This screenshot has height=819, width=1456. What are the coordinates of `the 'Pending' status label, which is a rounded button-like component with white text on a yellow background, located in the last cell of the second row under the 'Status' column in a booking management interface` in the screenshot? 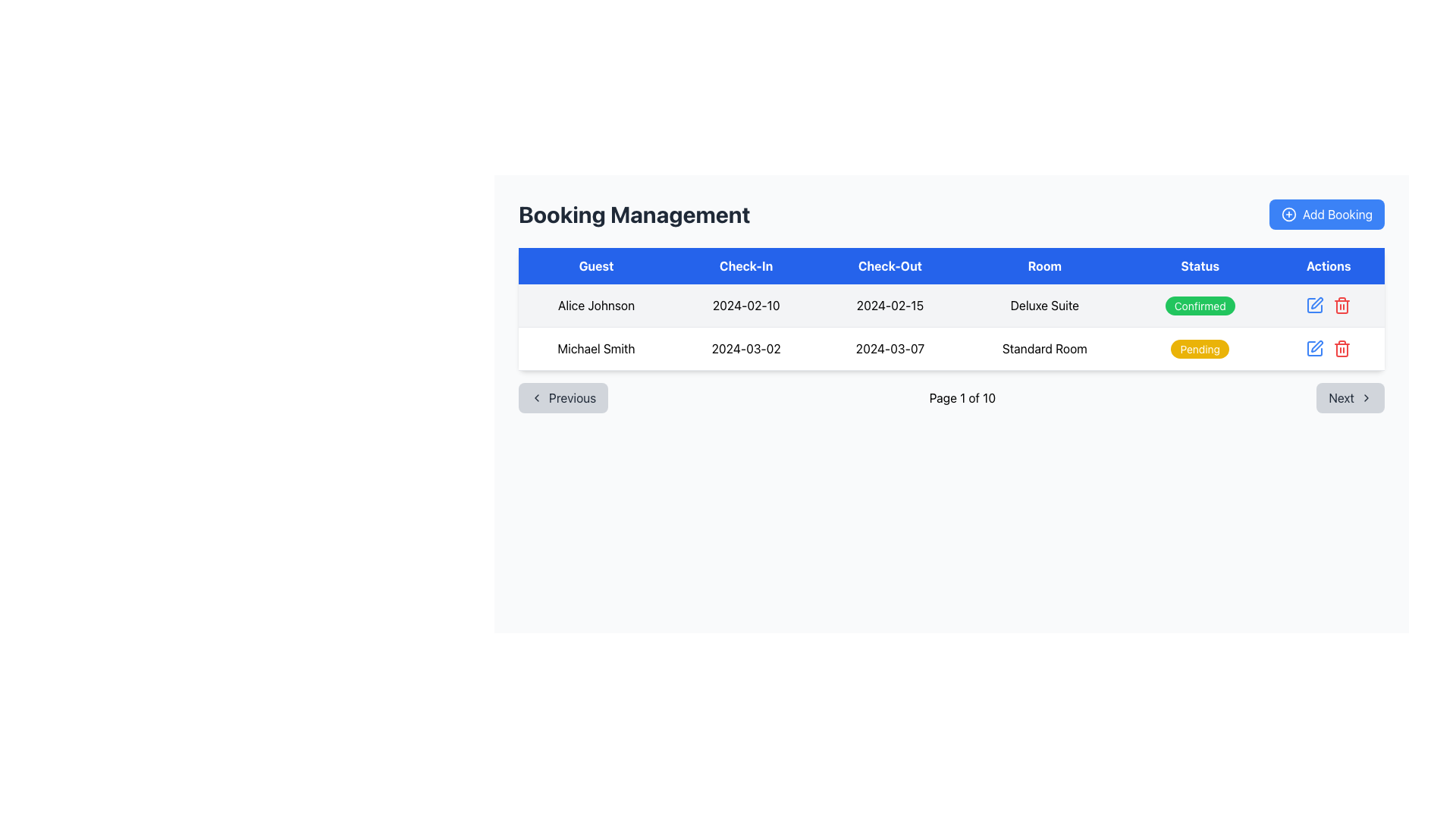 It's located at (1199, 348).